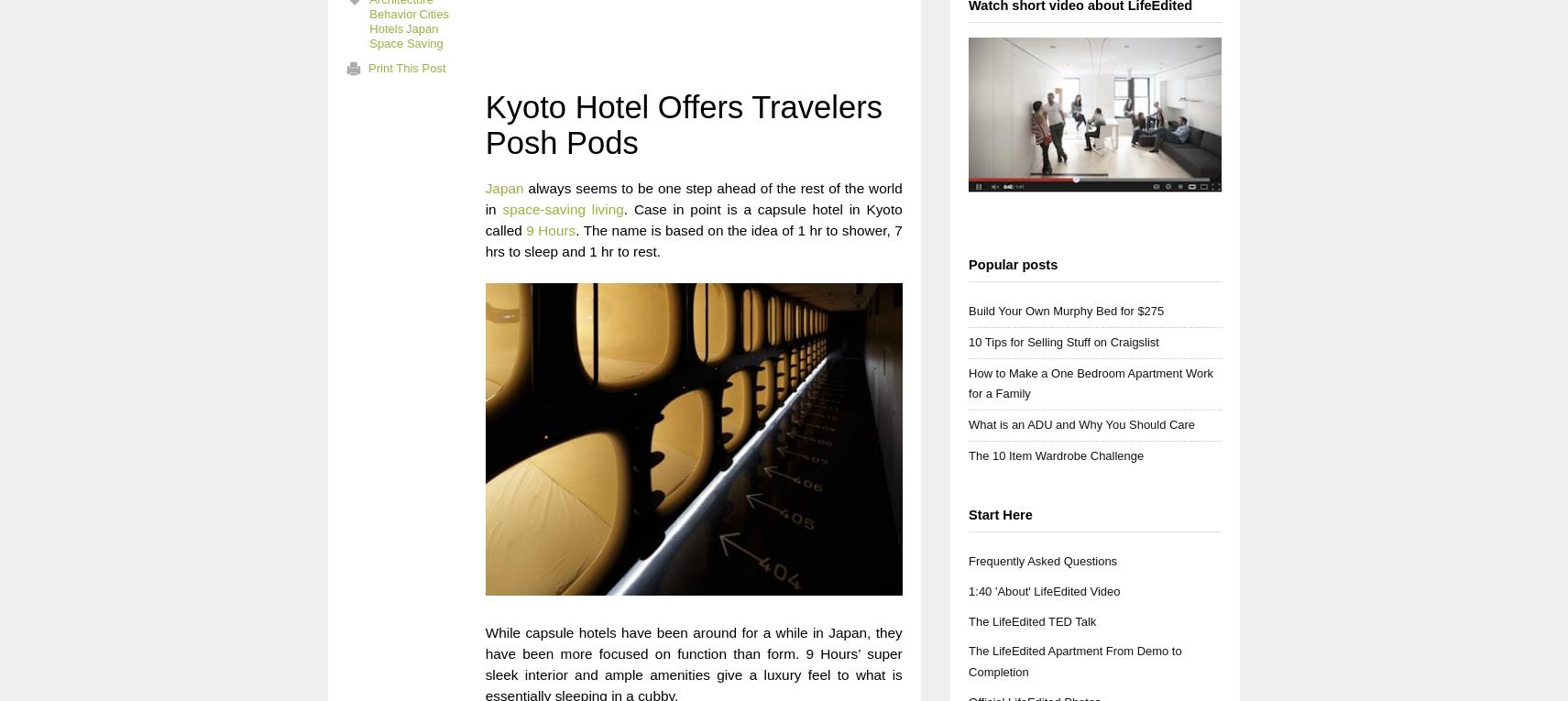 The width and height of the screenshot is (1568, 701). Describe the element at coordinates (682, 125) in the screenshot. I see `'Kyoto Hotel Offers Travelers Posh Pods'` at that location.